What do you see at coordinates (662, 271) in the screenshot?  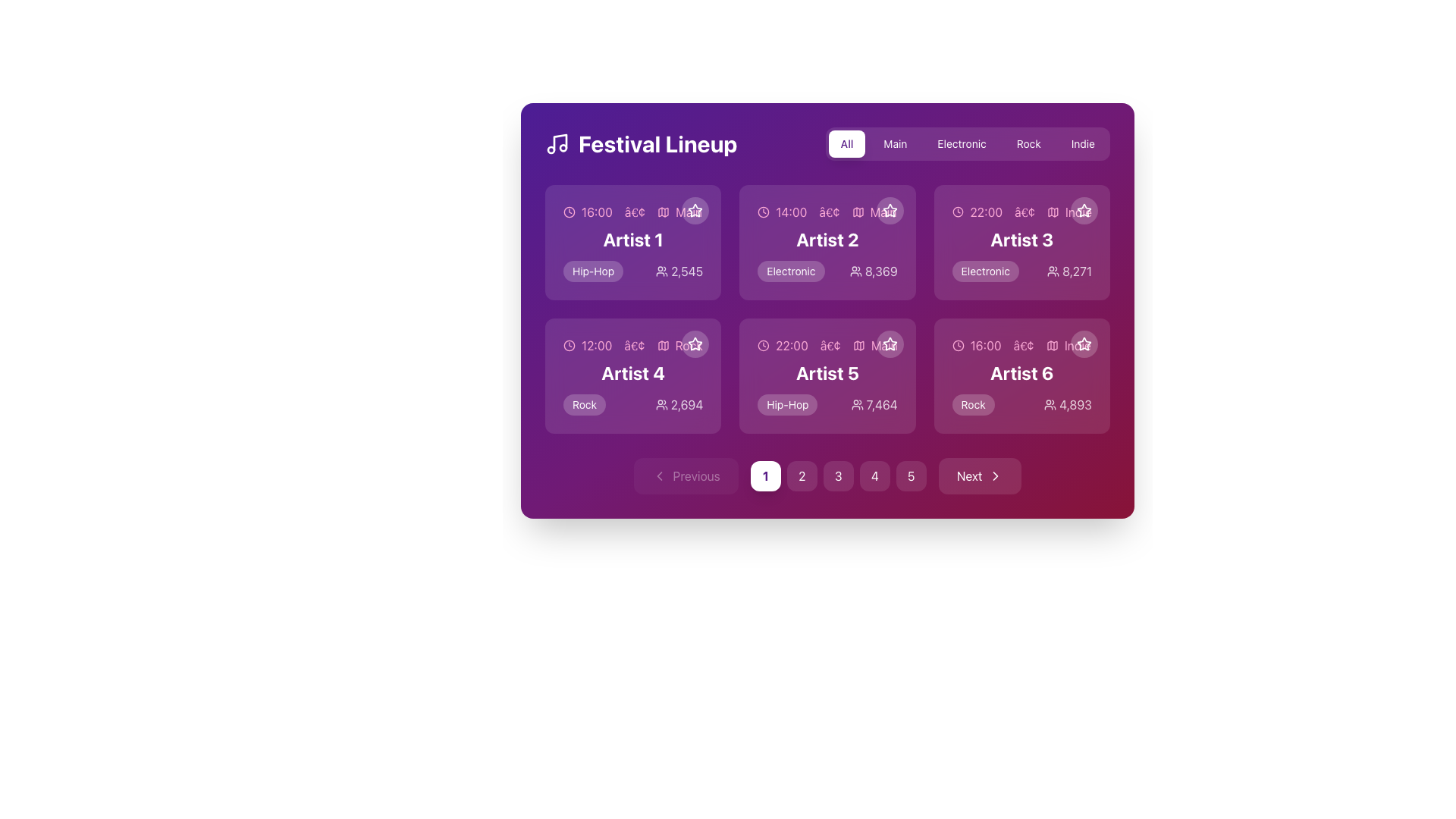 I see `the 'users' icon located to the left of the number '2,545' in the top-left card under 'Artist 1'` at bounding box center [662, 271].